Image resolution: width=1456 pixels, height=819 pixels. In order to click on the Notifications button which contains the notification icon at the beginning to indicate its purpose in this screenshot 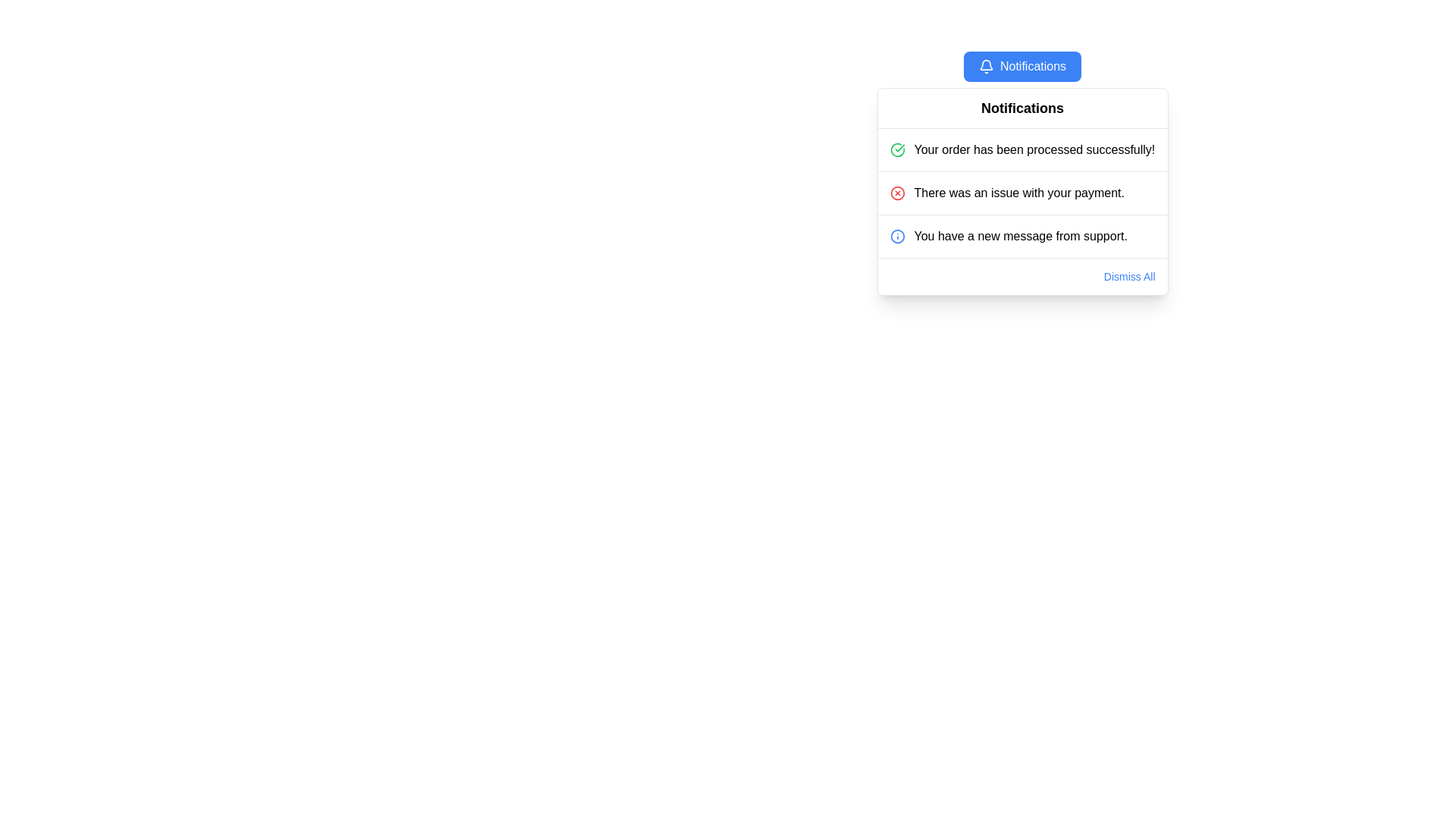, I will do `click(986, 66)`.